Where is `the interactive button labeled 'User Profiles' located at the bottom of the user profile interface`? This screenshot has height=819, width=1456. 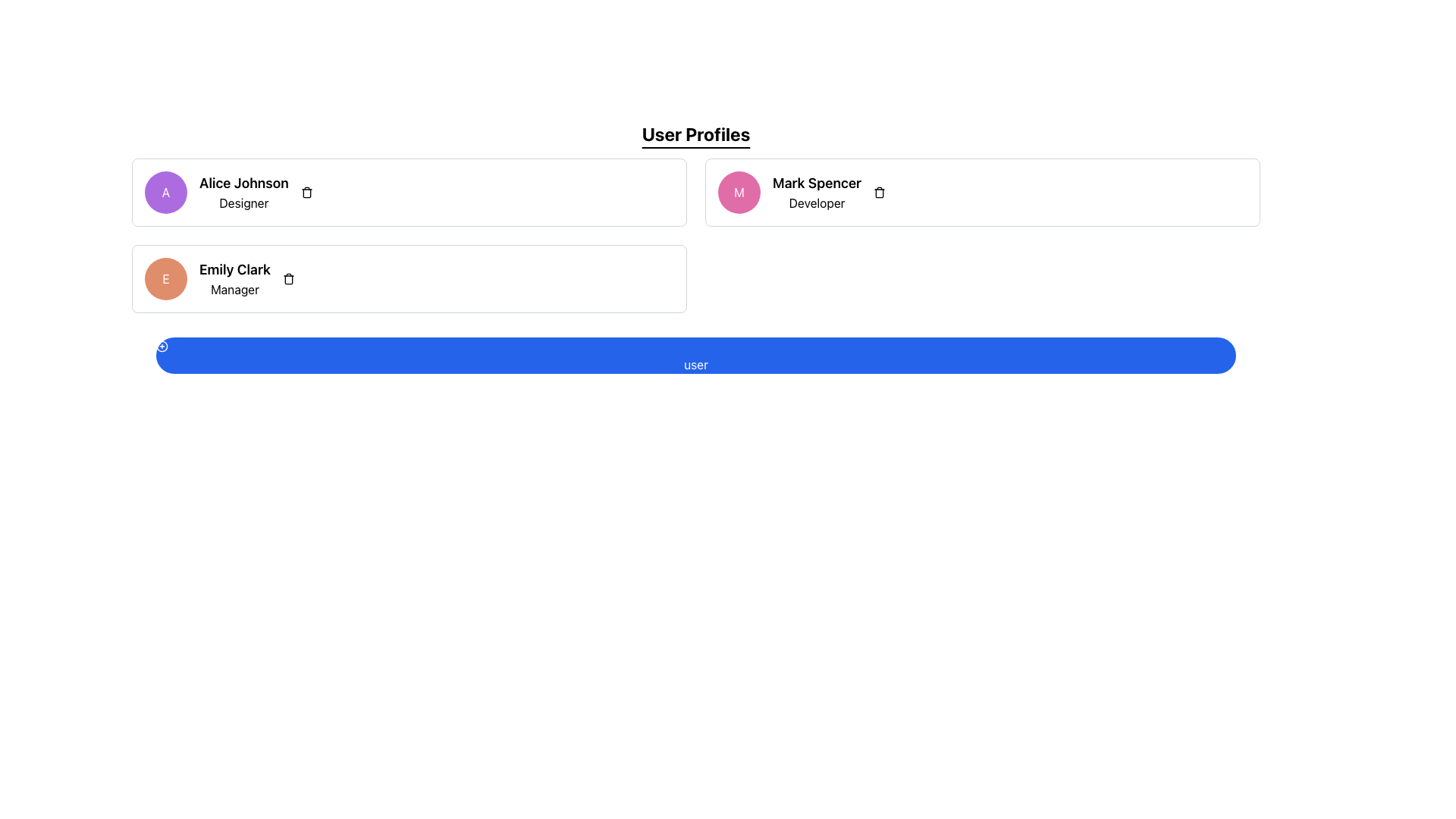 the interactive button labeled 'User Profiles' located at the bottom of the user profile interface is located at coordinates (695, 356).